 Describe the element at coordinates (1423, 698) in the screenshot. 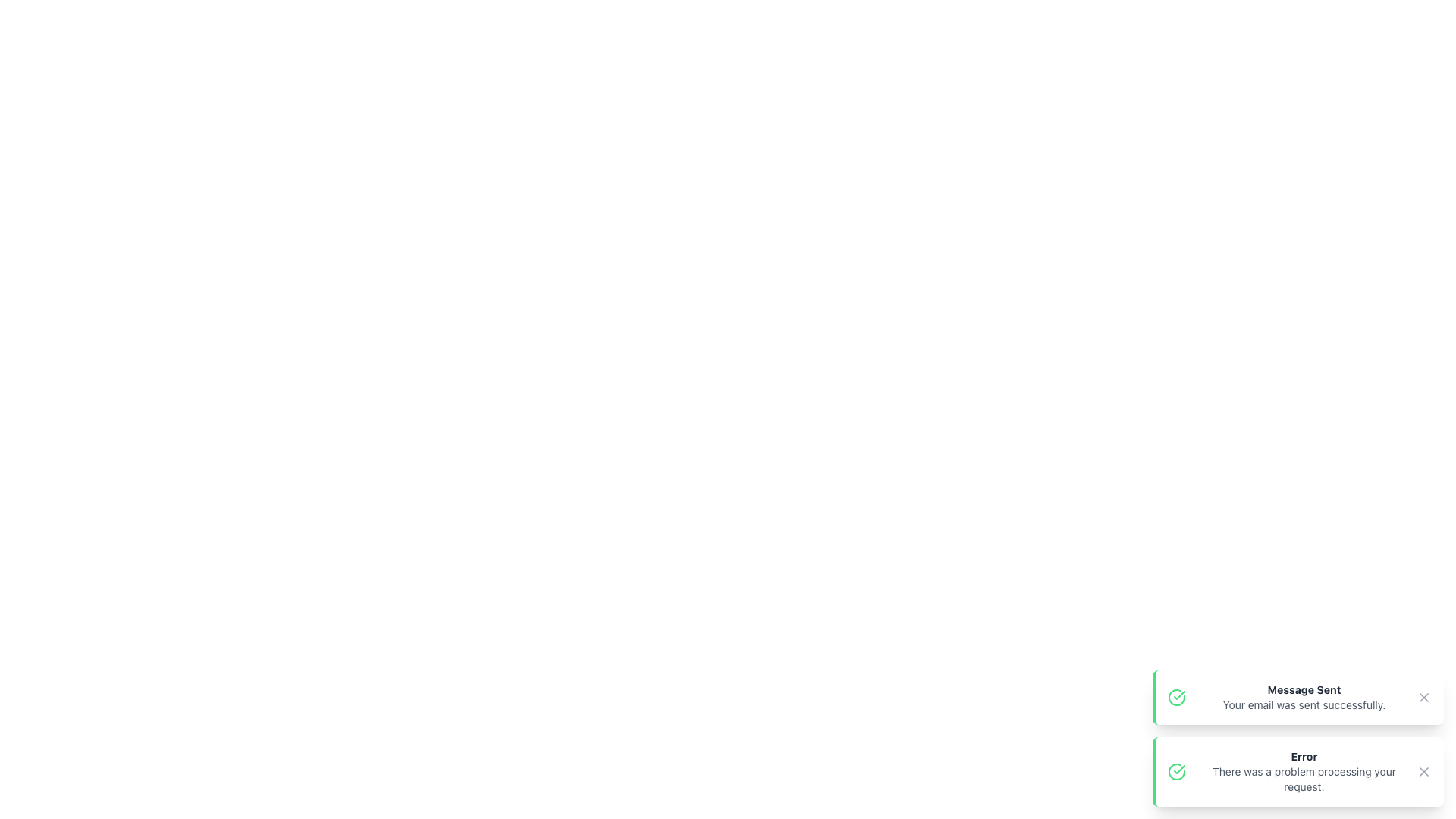

I see `the close icon in the top-right corner of the 'Message Sent' notification box` at that location.